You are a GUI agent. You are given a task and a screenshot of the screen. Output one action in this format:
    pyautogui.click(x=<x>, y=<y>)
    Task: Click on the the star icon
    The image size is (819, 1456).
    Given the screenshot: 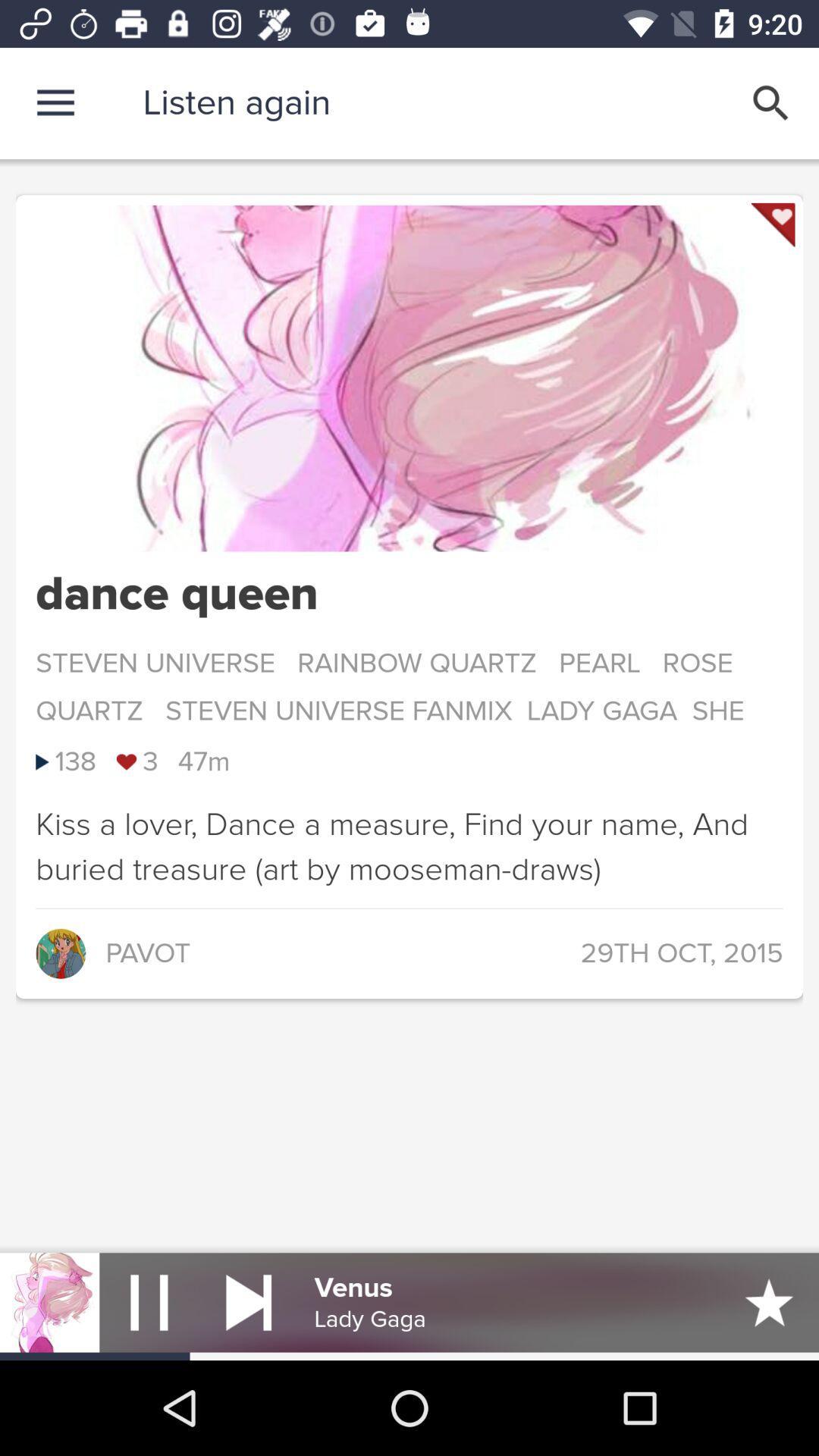 What is the action you would take?
    pyautogui.click(x=769, y=1301)
    